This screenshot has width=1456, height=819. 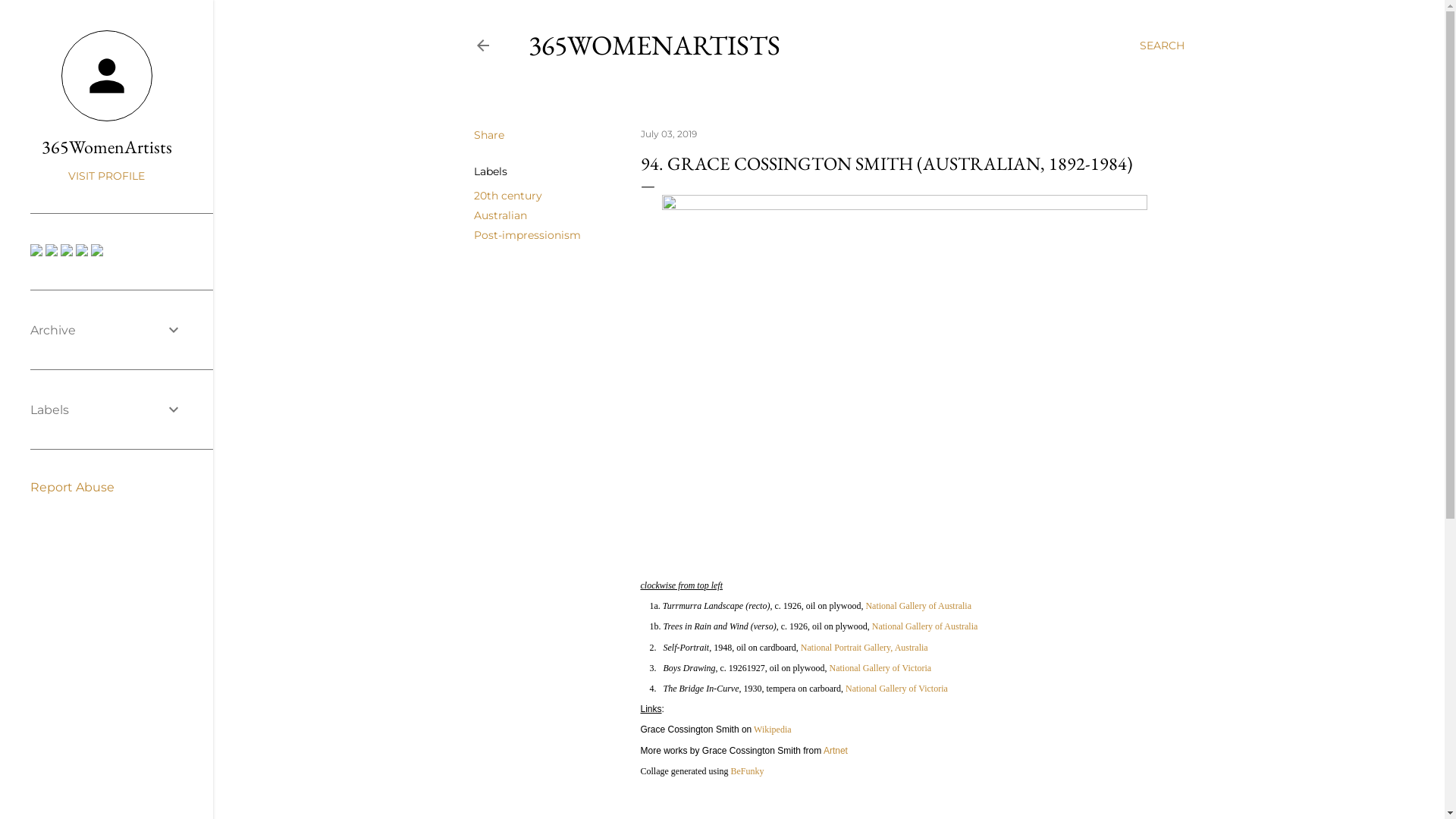 What do you see at coordinates (30, 487) in the screenshot?
I see `'Report Abuse'` at bounding box center [30, 487].